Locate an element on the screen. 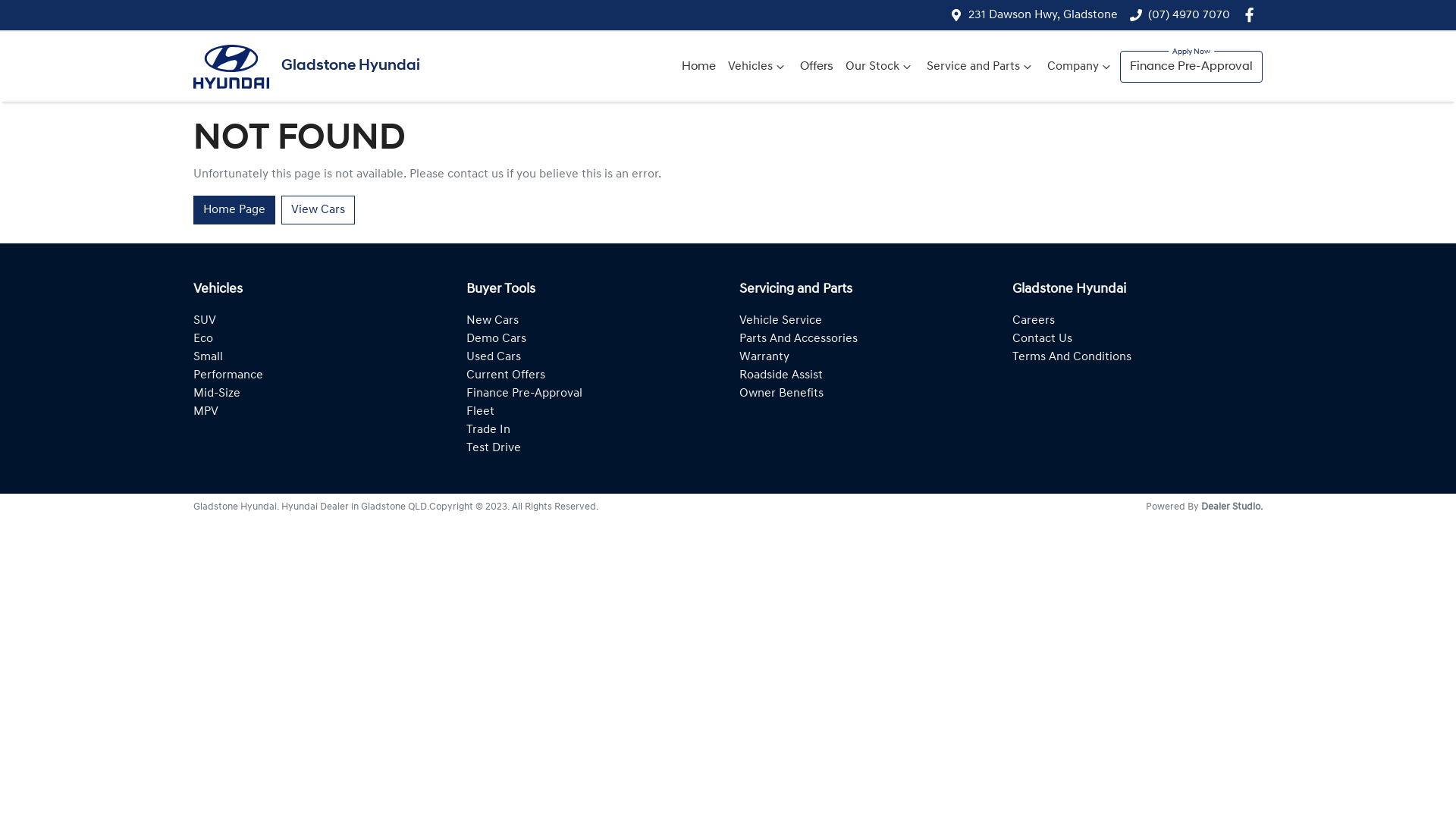  'Used Cars' is located at coordinates (494, 356).